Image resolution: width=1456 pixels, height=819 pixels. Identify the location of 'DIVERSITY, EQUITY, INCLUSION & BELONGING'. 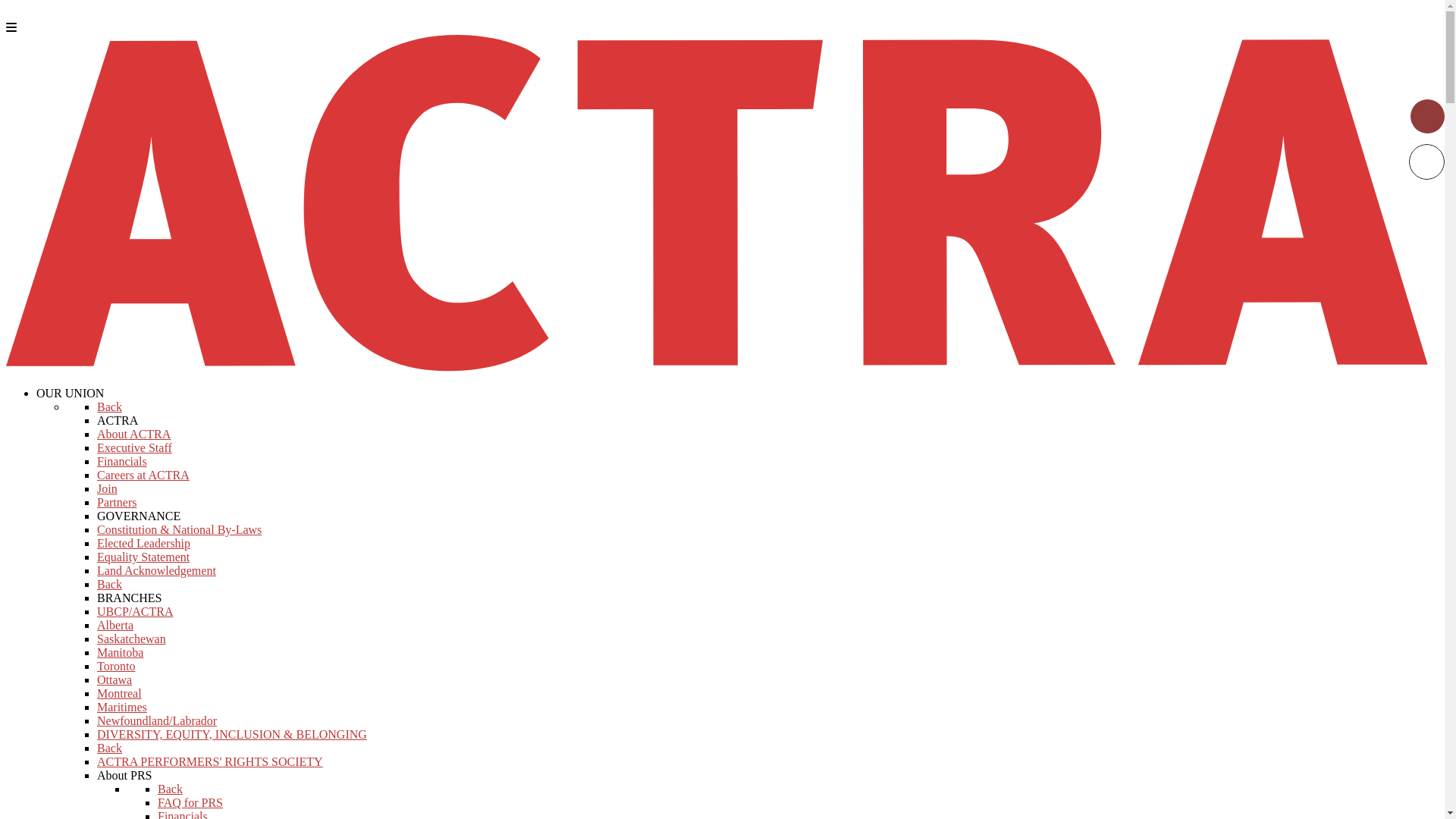
(231, 733).